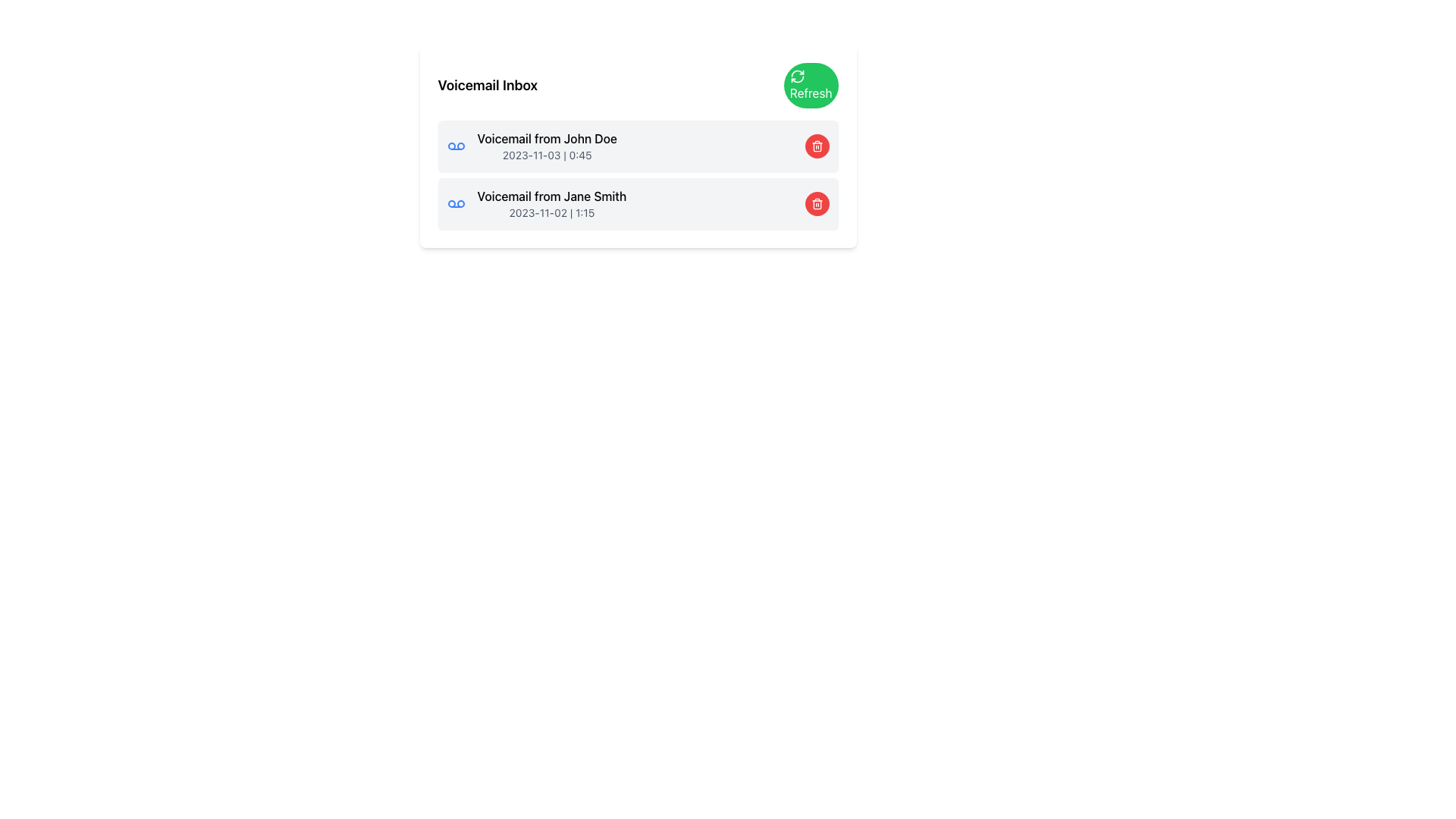 Image resolution: width=1456 pixels, height=819 pixels. What do you see at coordinates (551, 203) in the screenshot?
I see `the Text Display element that shows 'Voicemail from Jane Smith' with timestamp '2023-11-02 | 1:15', located in the second row of the voicemail list` at bounding box center [551, 203].